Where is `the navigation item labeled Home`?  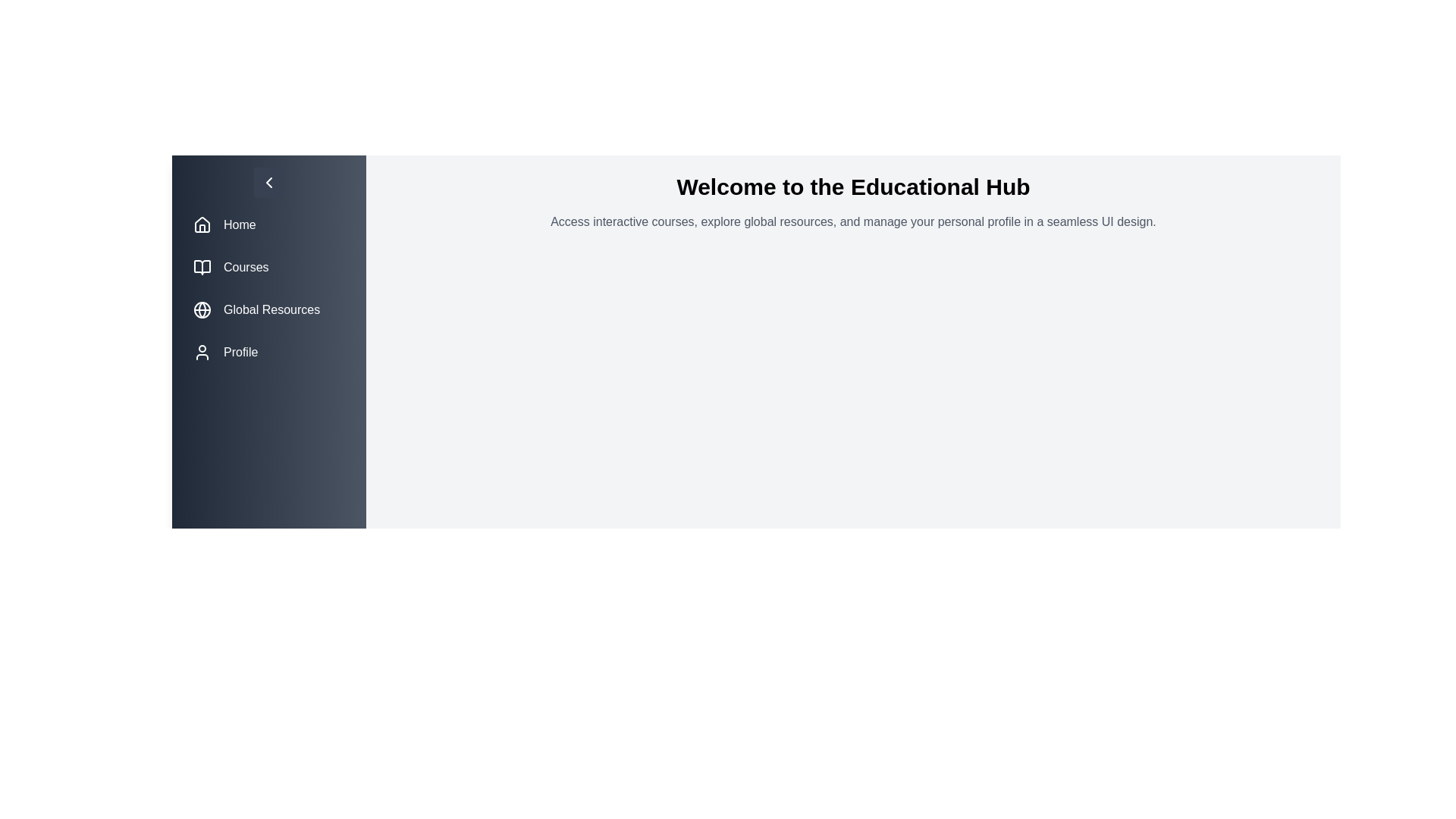 the navigation item labeled Home is located at coordinates (269, 225).